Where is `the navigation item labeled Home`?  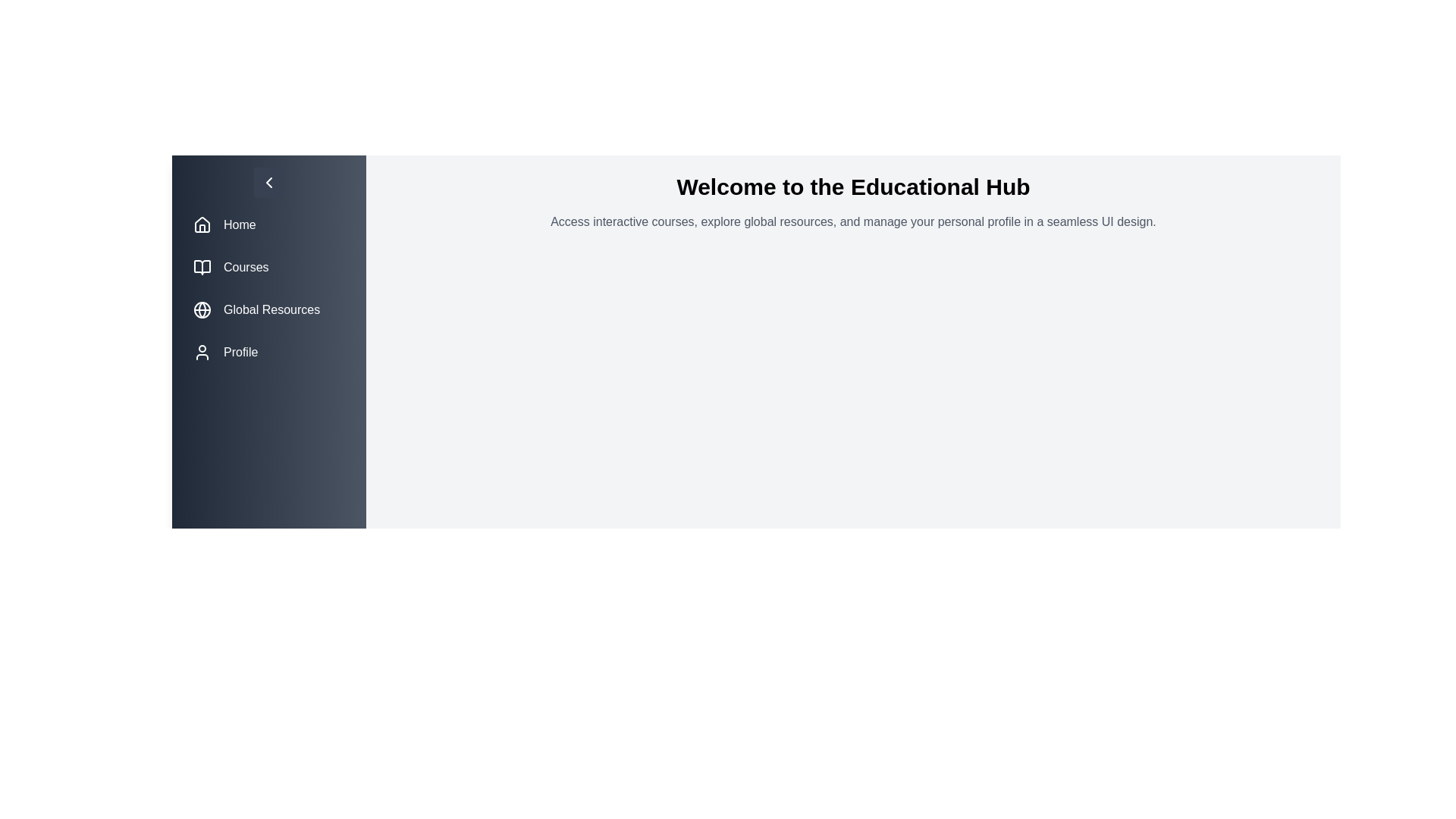 the navigation item labeled Home is located at coordinates (269, 225).